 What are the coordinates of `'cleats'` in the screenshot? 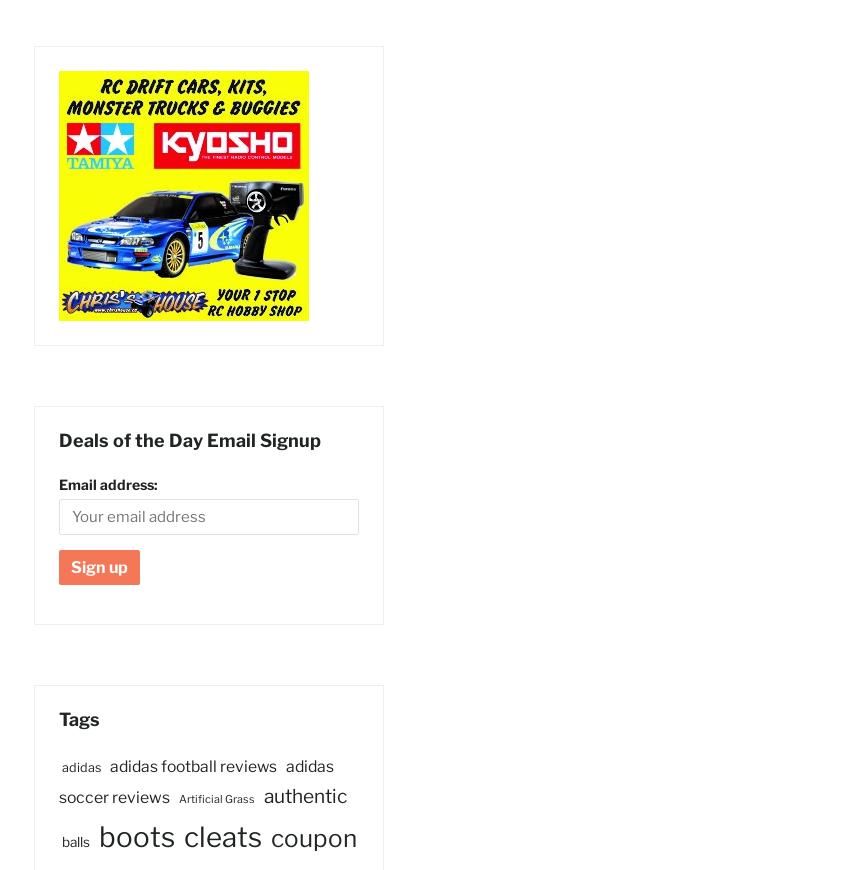 It's located at (223, 835).